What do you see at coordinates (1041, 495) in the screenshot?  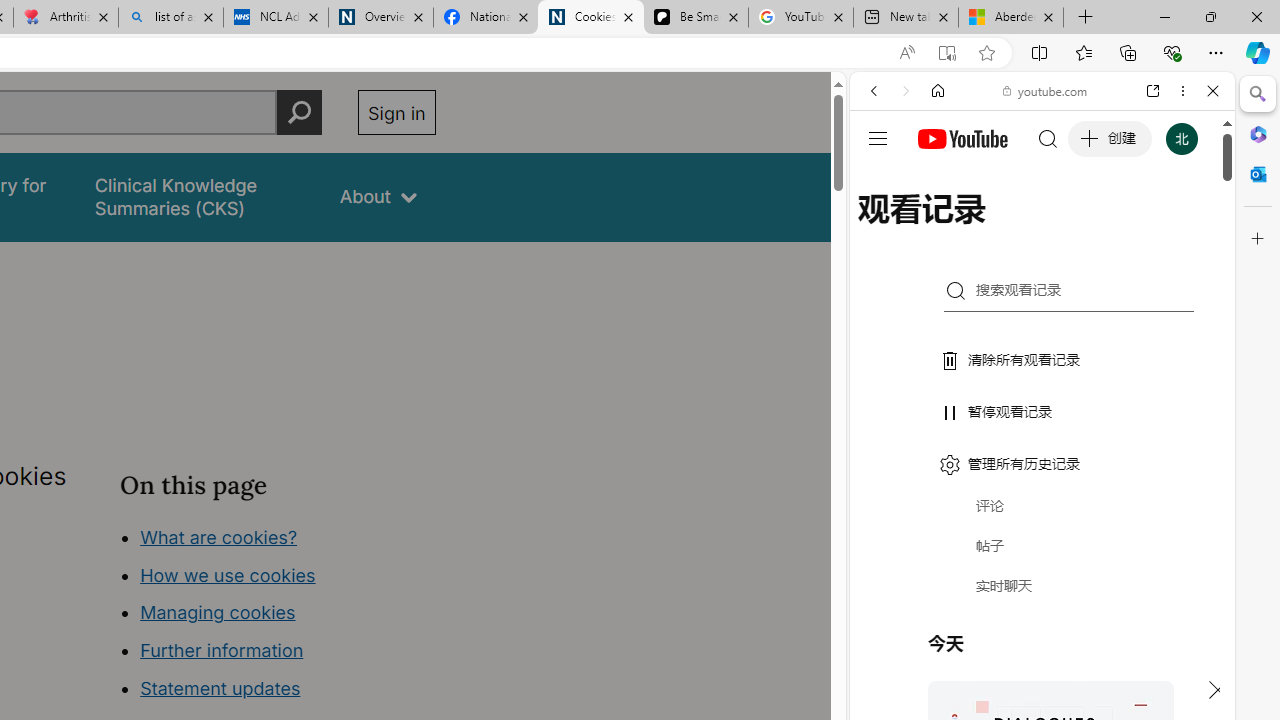 I see `'Google'` at bounding box center [1041, 495].